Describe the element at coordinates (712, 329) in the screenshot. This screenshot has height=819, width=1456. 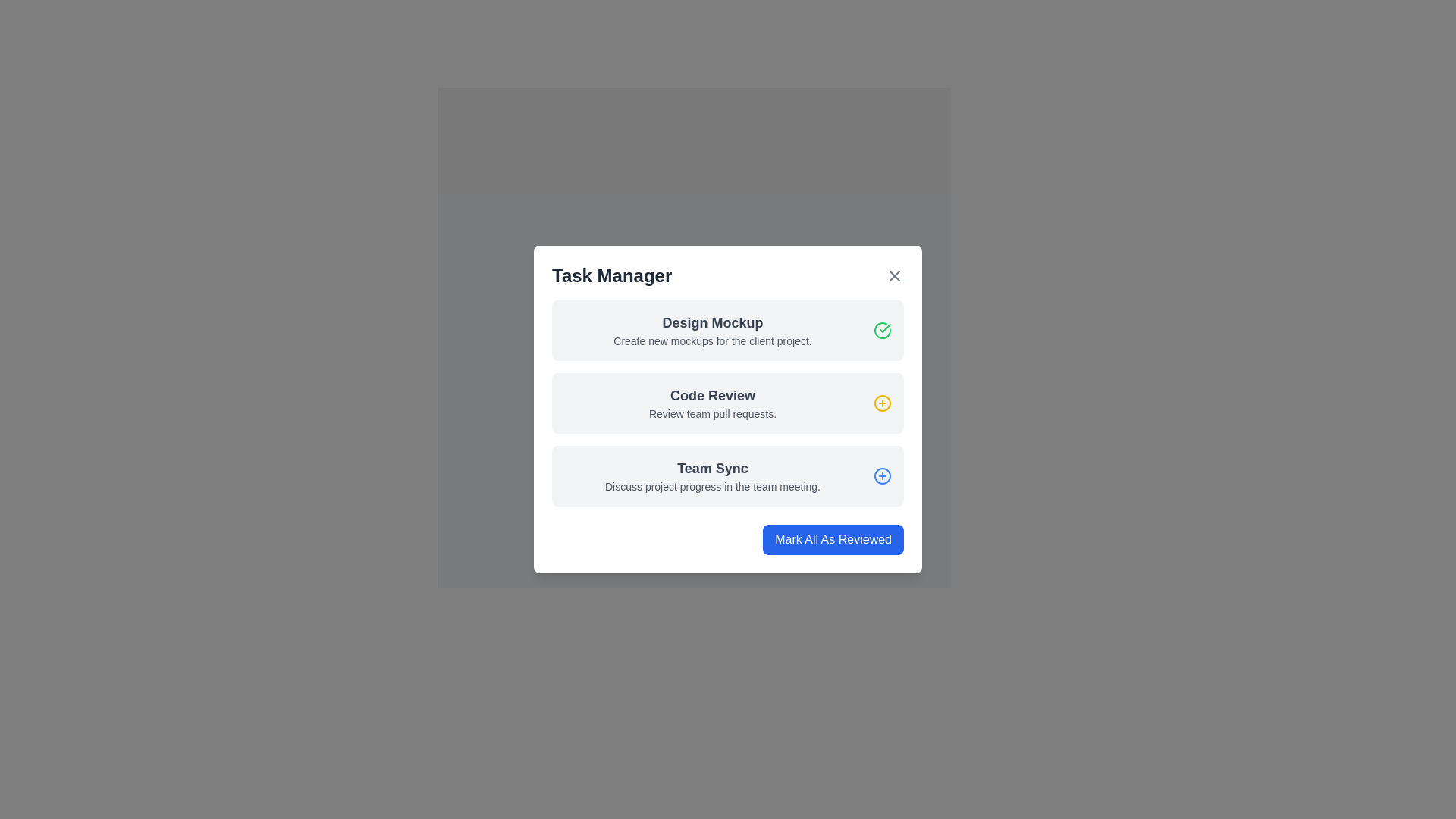
I see `the Text block titled 'Design Mockup', which includes a subtitle about creating new mockups, situated in the central portion of the 'Task Manager' modal` at that location.